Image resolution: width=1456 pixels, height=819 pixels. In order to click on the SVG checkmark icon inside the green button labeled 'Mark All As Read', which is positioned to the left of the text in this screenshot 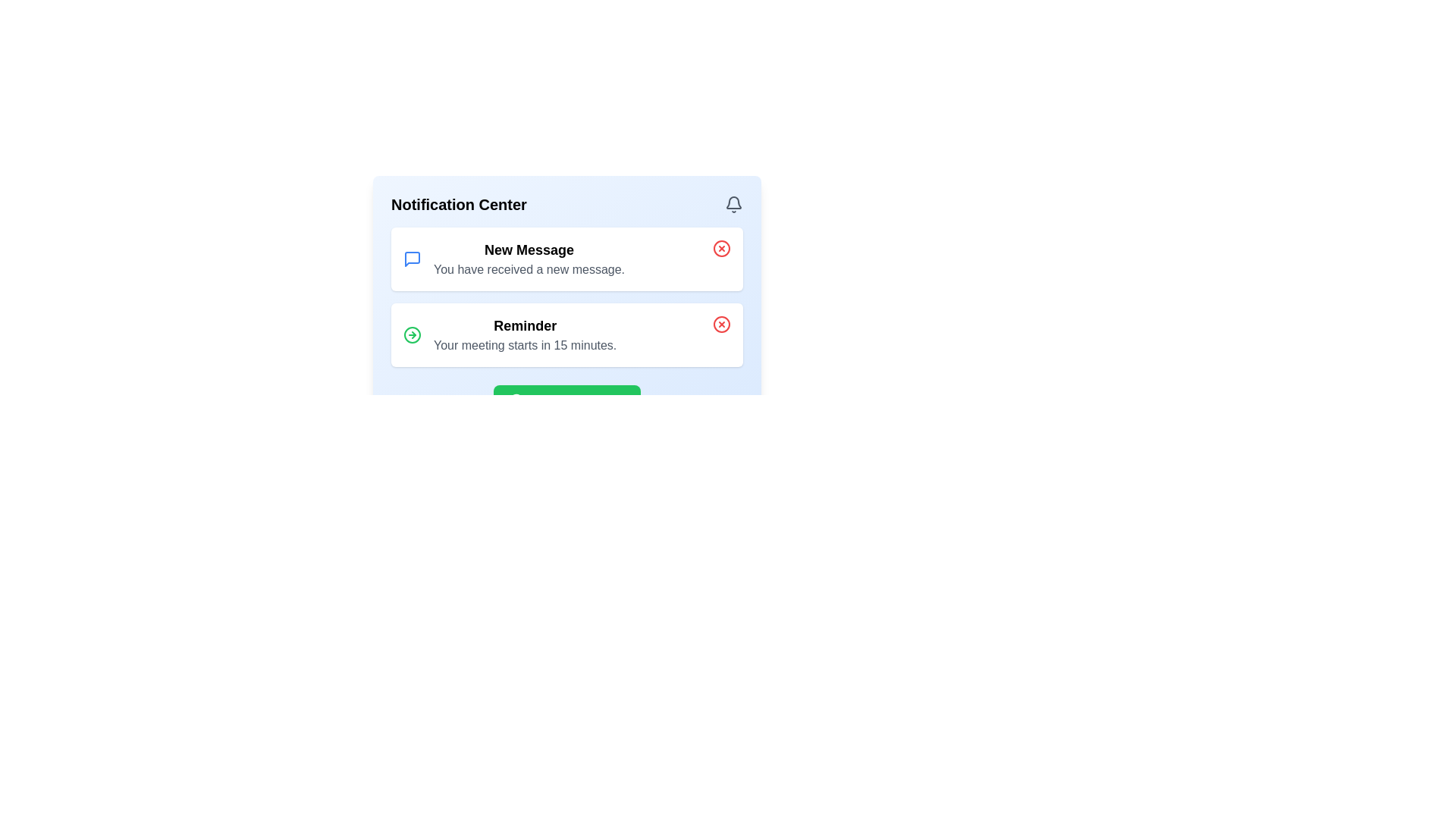, I will do `click(516, 400)`.